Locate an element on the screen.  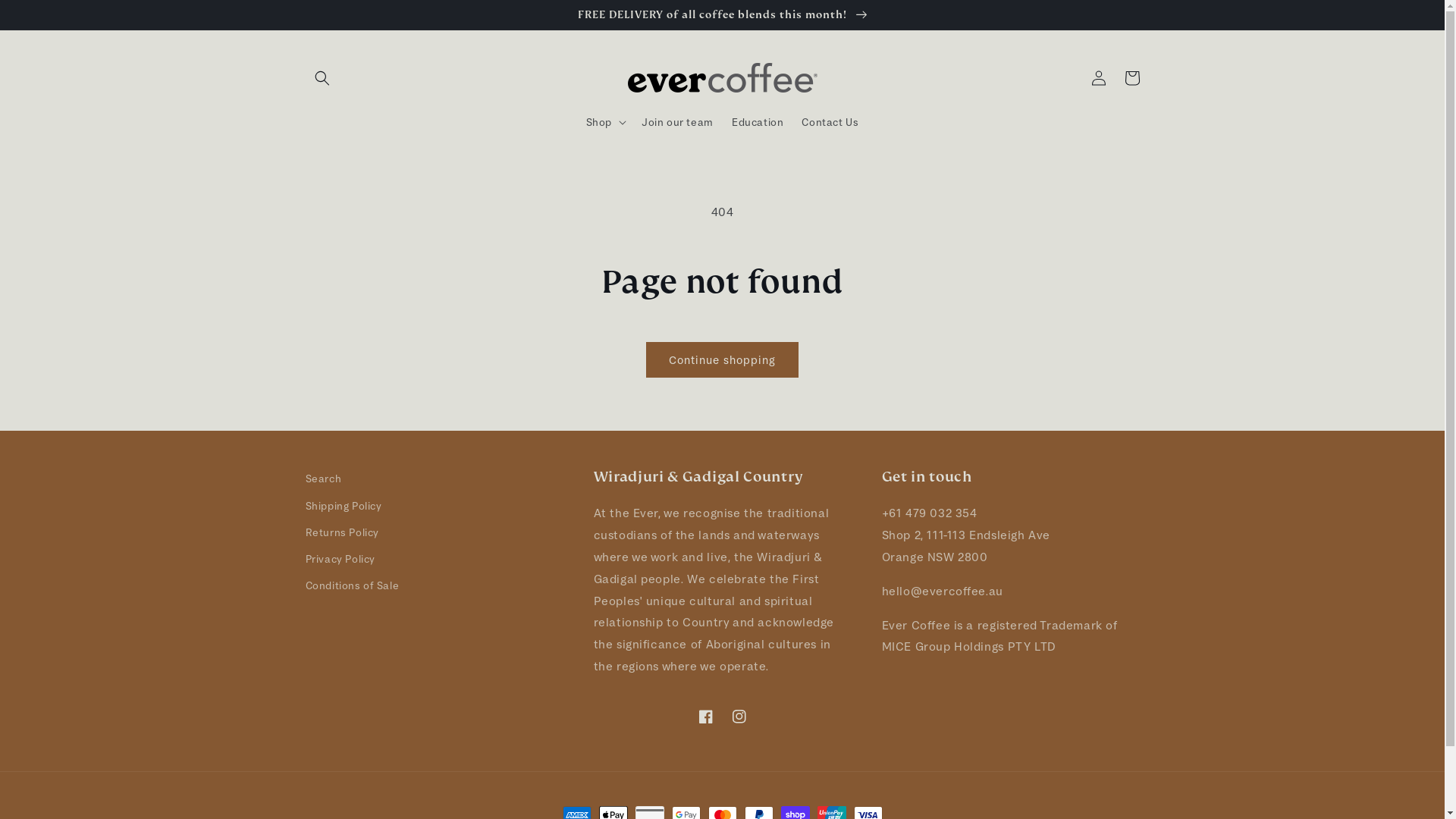
'Cart' is located at coordinates (1114, 78).